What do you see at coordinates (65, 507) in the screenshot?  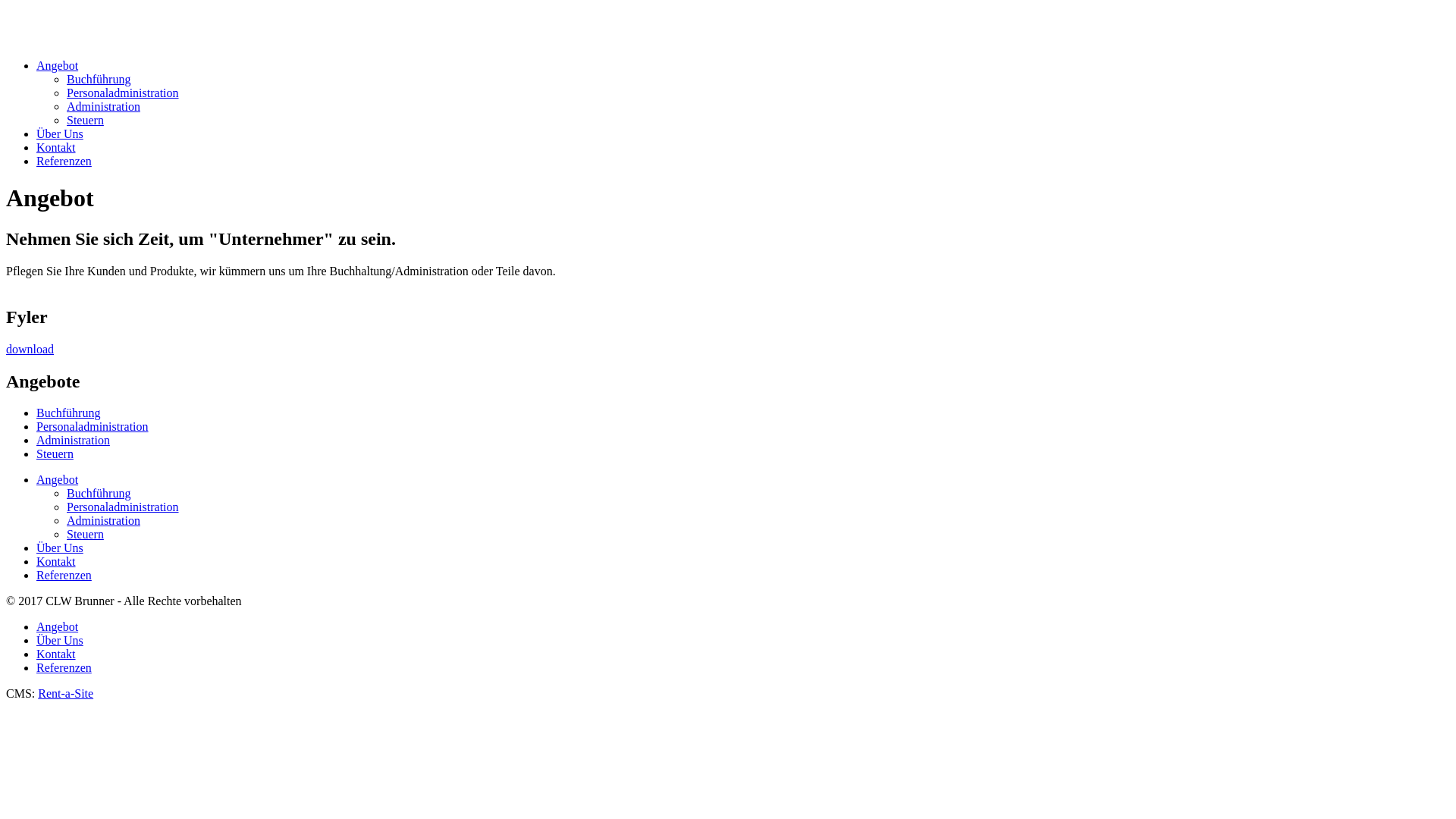 I see `'Personaladministration'` at bounding box center [65, 507].